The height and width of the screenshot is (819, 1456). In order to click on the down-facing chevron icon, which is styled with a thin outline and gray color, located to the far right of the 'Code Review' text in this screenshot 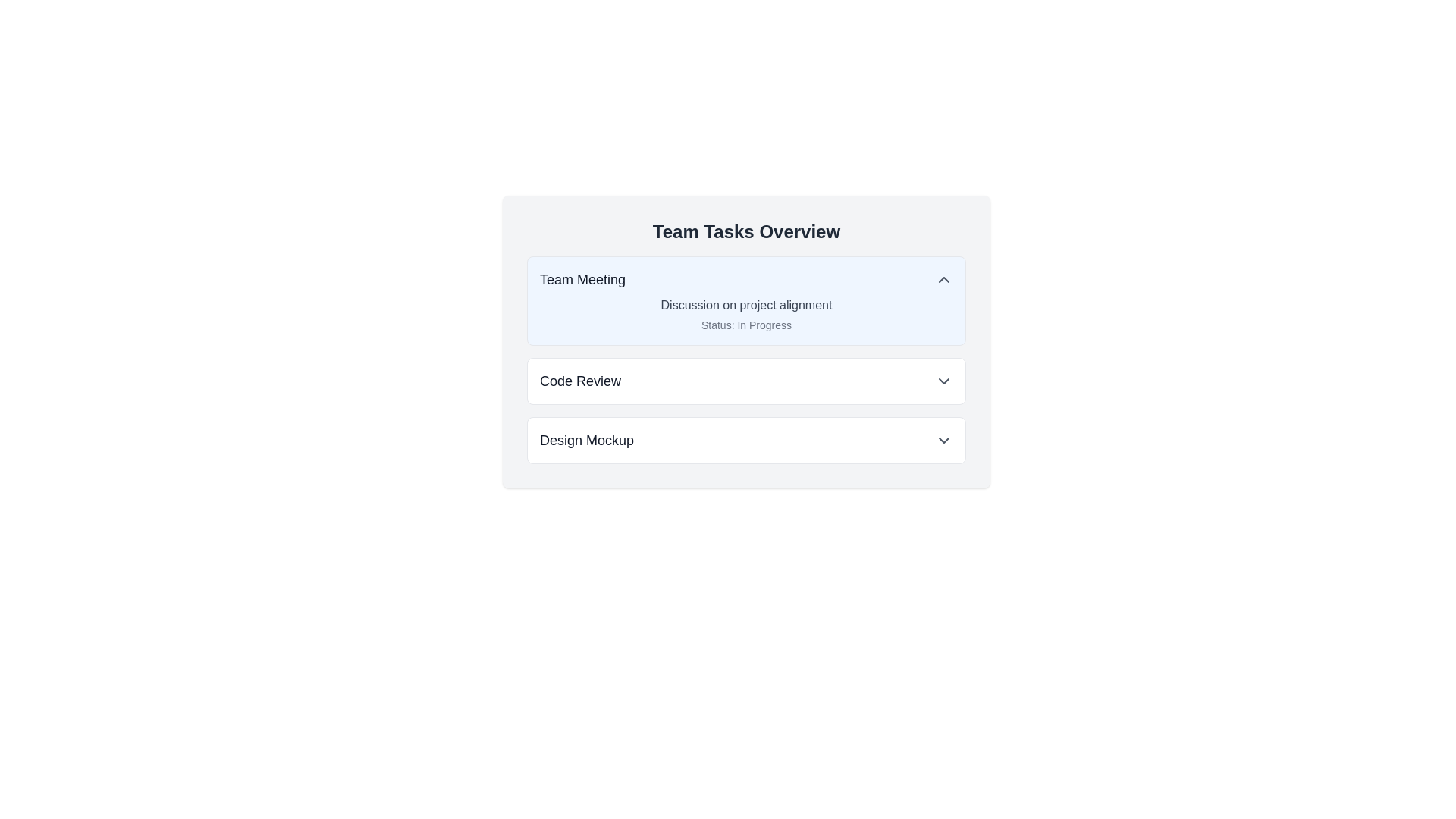, I will do `click(943, 380)`.